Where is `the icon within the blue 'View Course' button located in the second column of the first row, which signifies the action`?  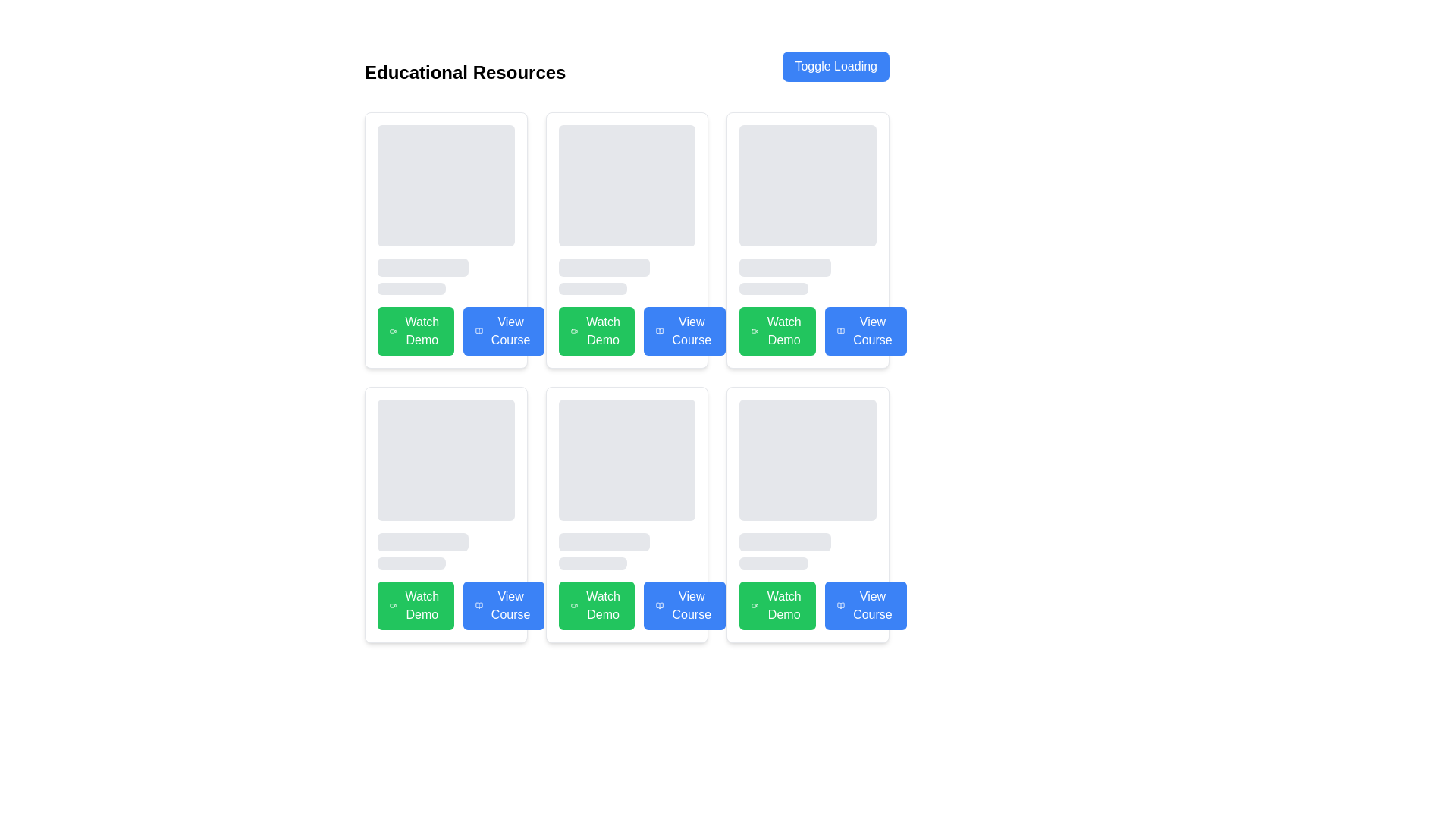
the icon within the blue 'View Course' button located in the second column of the first row, which signifies the action is located at coordinates (478, 330).